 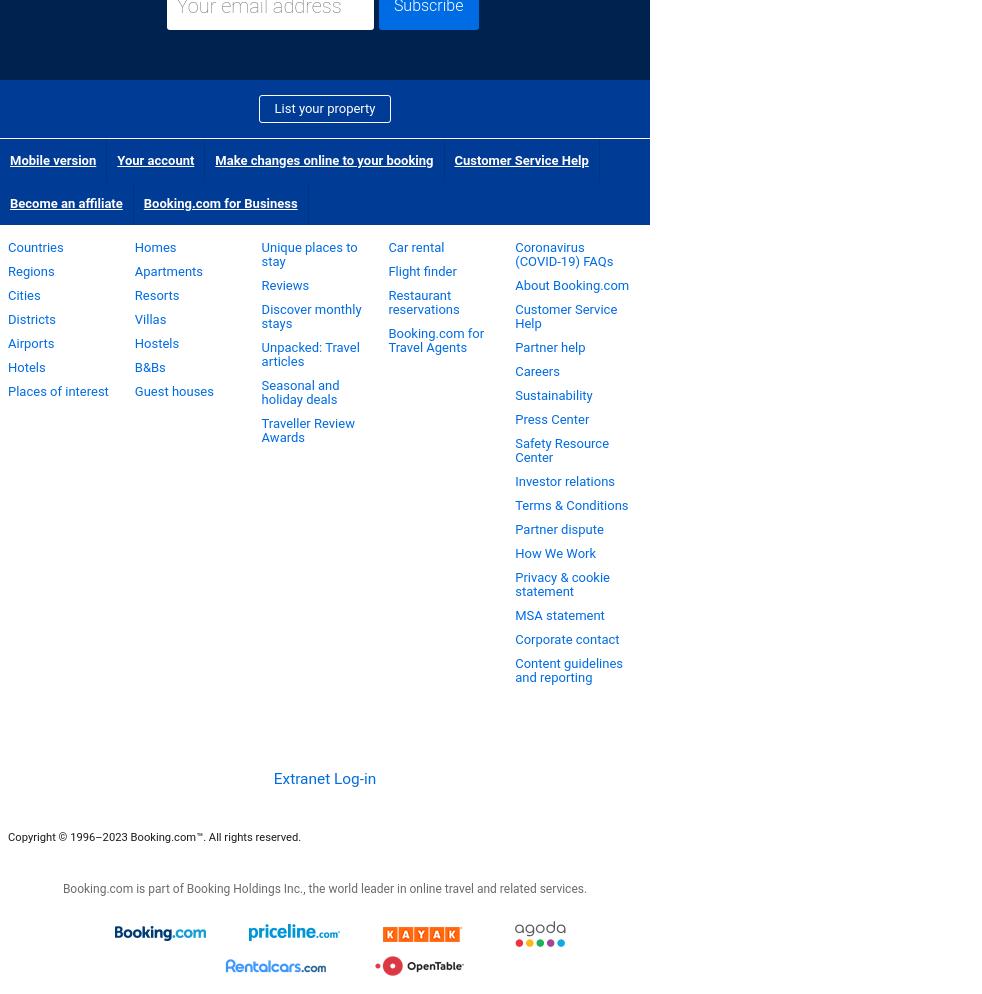 I want to click on 'Flight finder', so click(x=387, y=270).